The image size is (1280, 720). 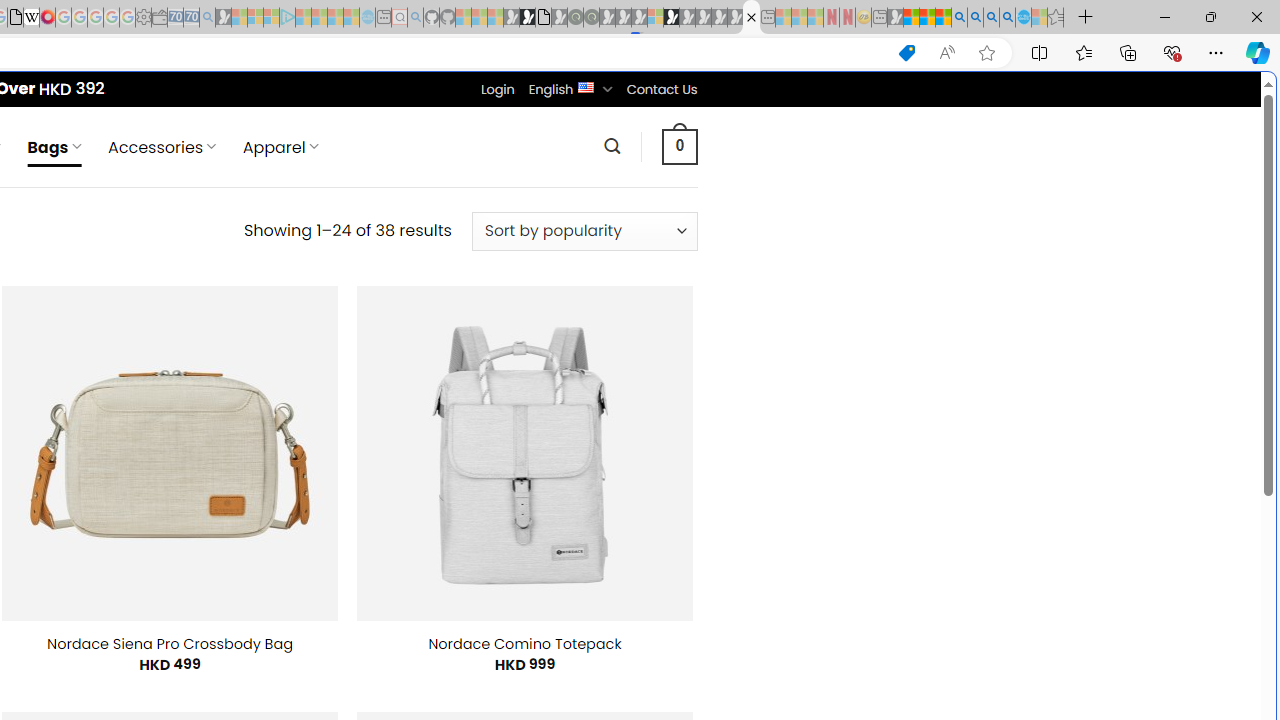 I want to click on 'Shop order', so click(x=583, y=230).